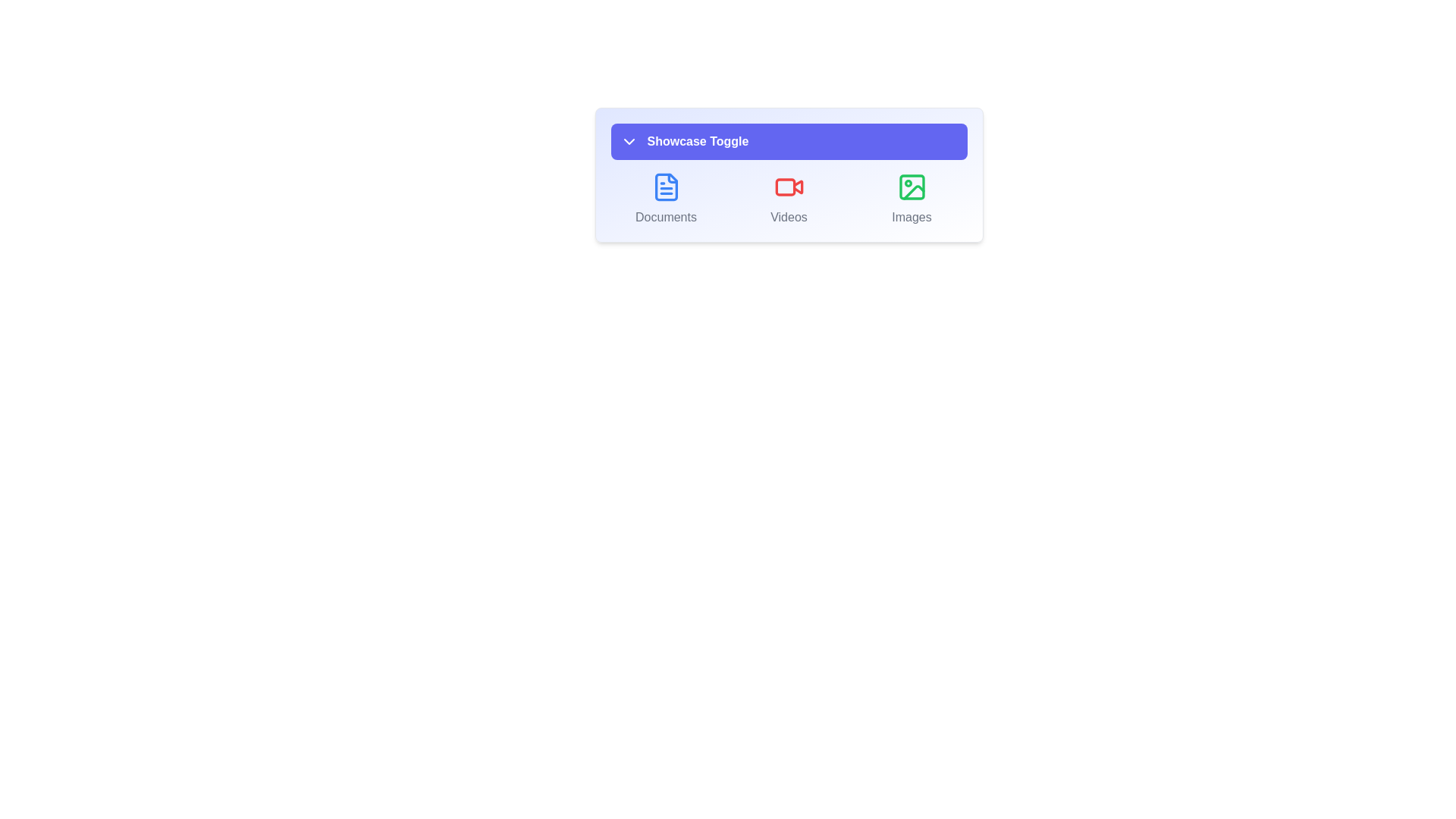 The width and height of the screenshot is (1456, 819). Describe the element at coordinates (789, 198) in the screenshot. I see `the 'Videos' icon, which is the second element in a horizontally aligned grid of three options` at that location.